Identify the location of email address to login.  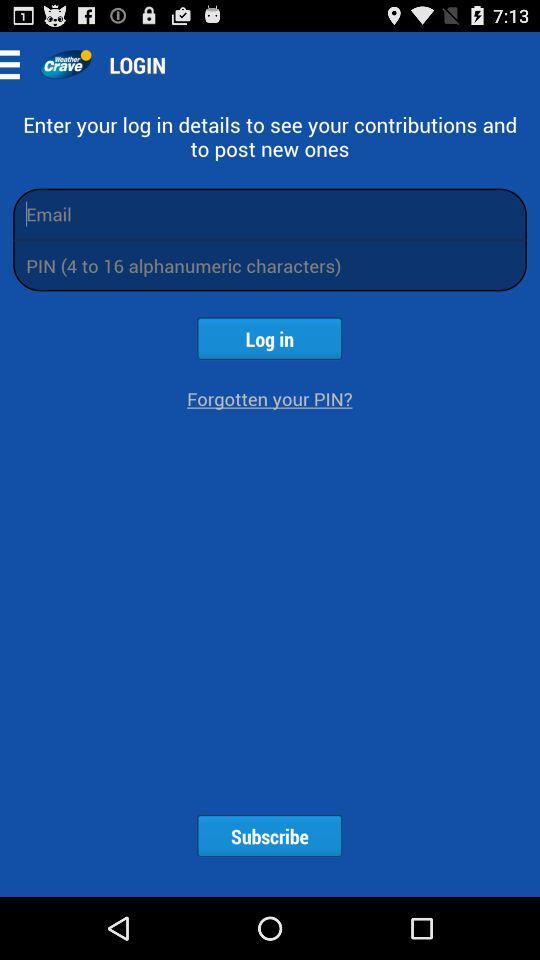
(270, 213).